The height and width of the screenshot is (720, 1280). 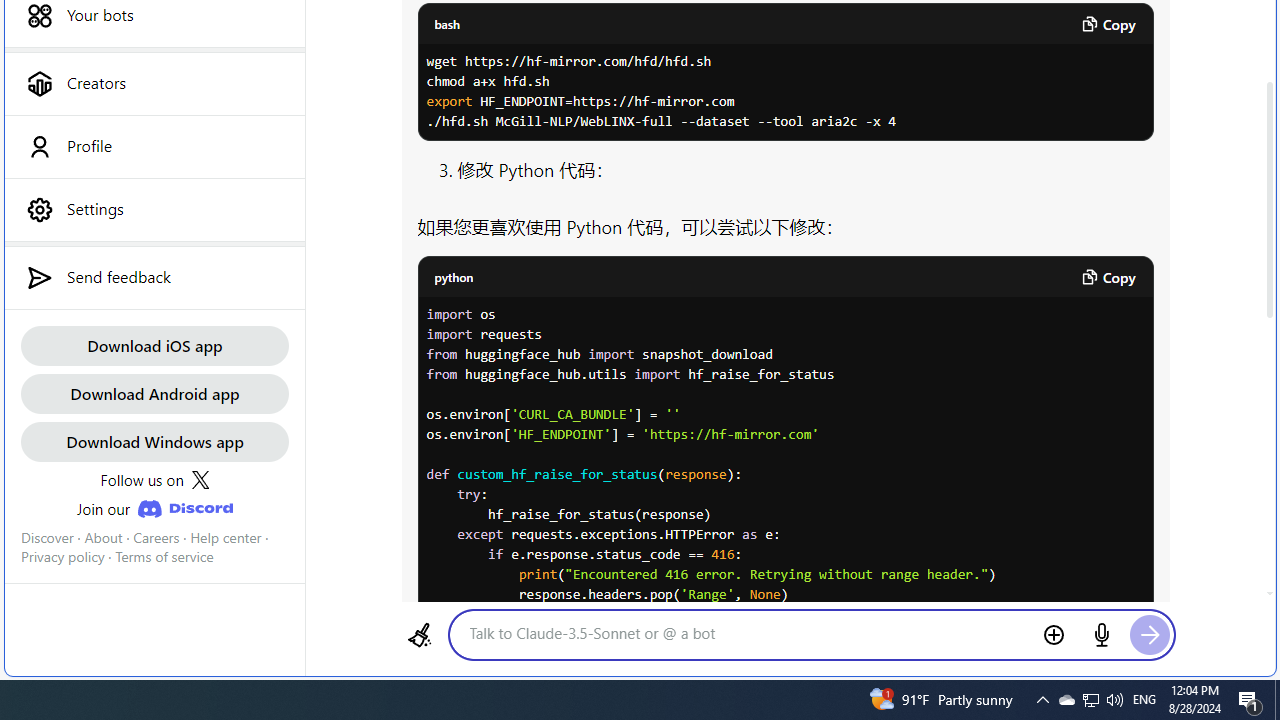 What do you see at coordinates (200, 480) in the screenshot?
I see `'Class: FollowTwitterLink_twitterIconBlack__SS_7V'` at bounding box center [200, 480].